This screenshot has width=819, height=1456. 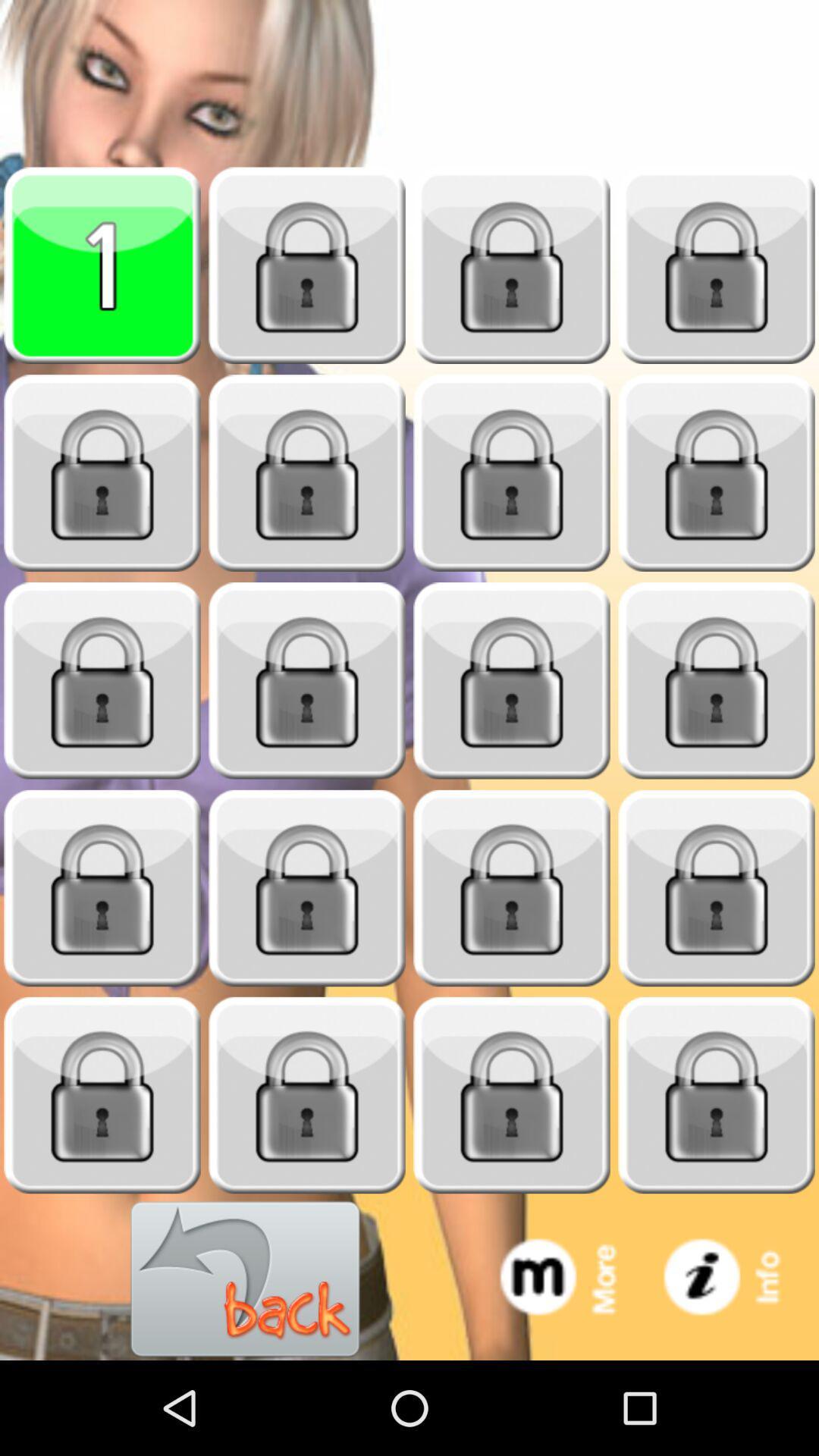 I want to click on blok, so click(x=717, y=680).